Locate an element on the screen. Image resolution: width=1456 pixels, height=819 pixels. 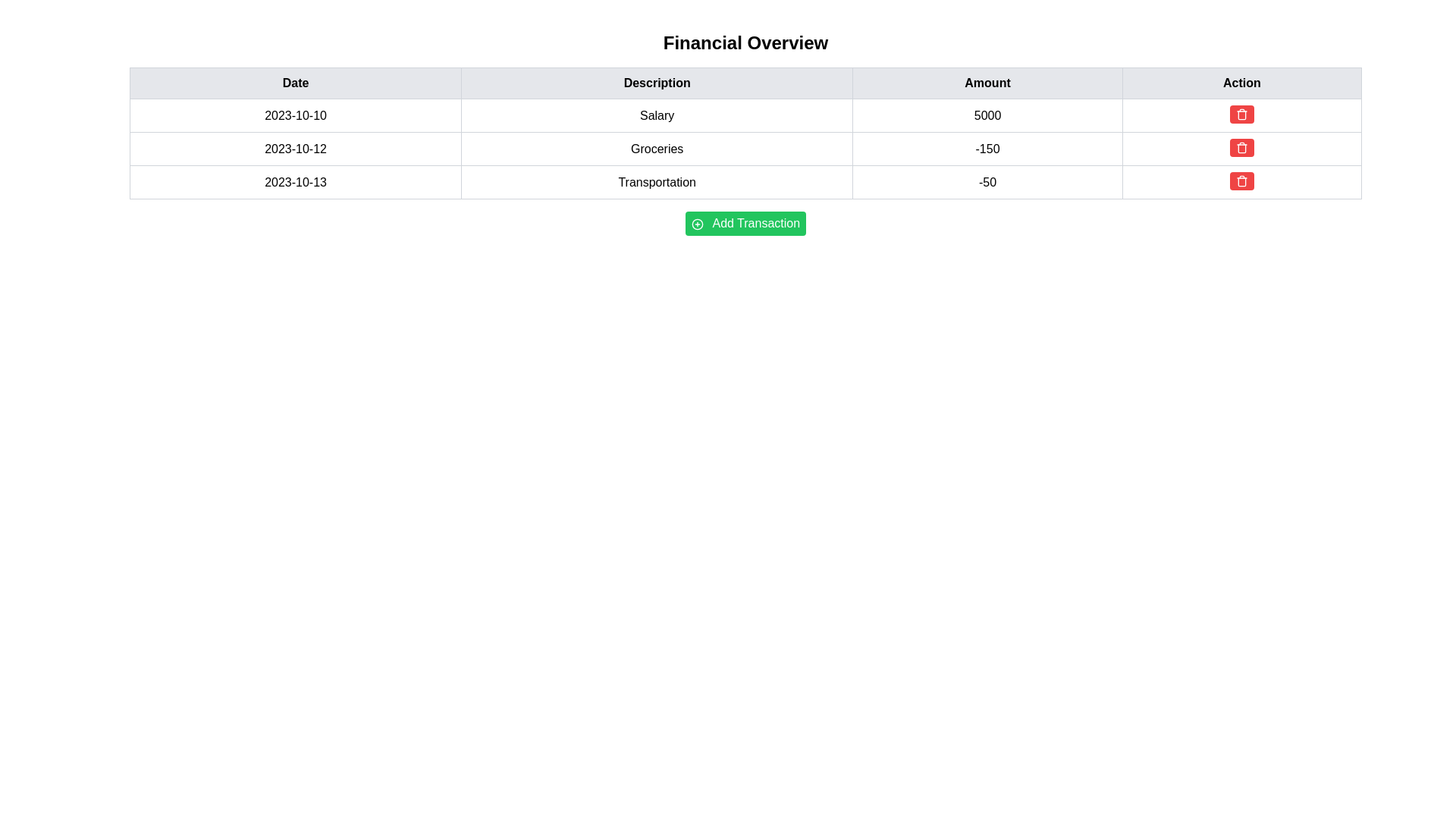
the circular icon with a green border and white background located to the left of the 'Add Transaction' label on the green button below the table is located at coordinates (696, 224).